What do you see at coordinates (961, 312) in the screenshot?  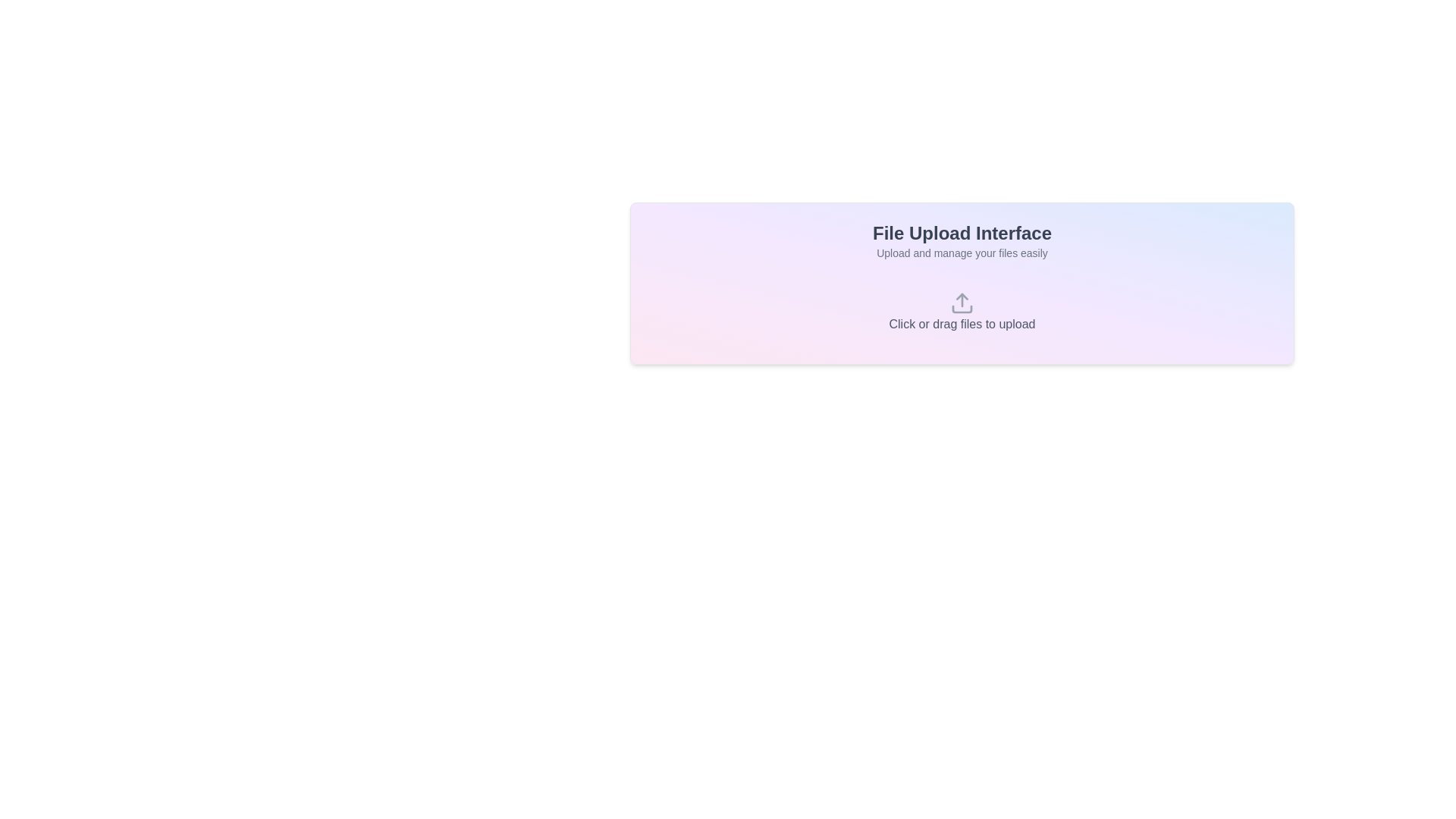 I see `the File upload zone, which features an upward arrow icon and the text 'Click or drag files to upload'` at bounding box center [961, 312].